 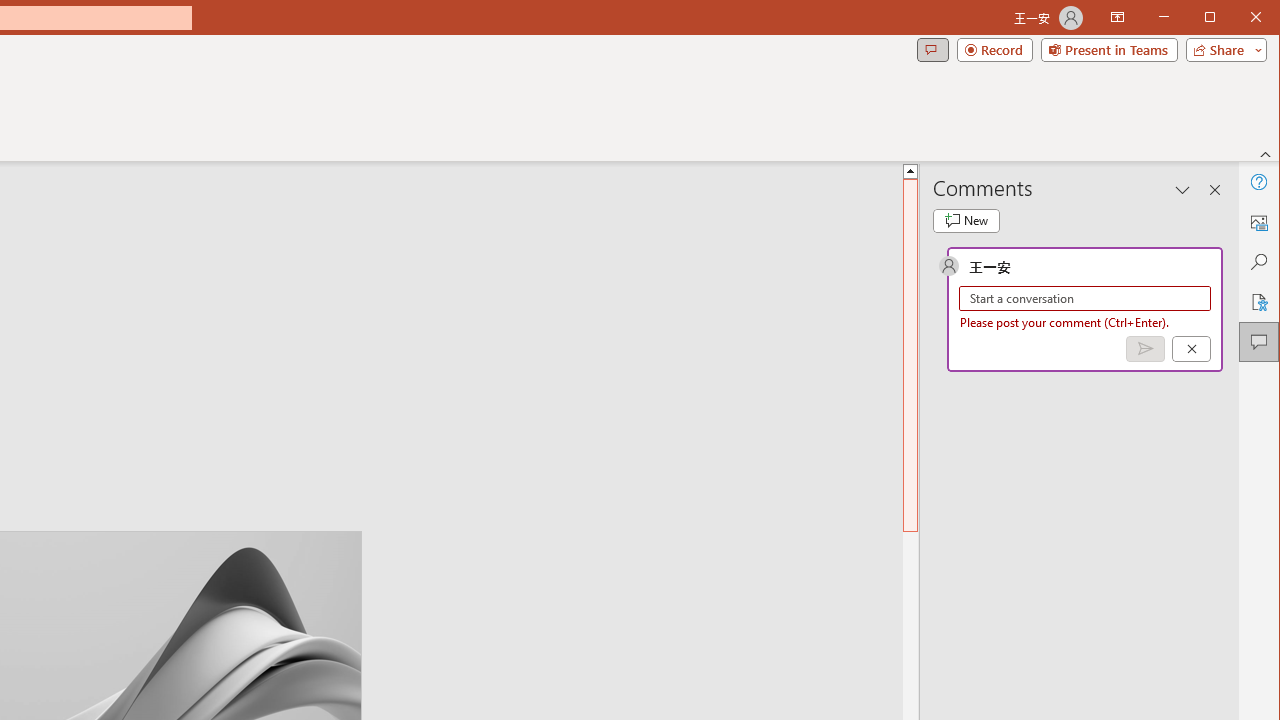 I want to click on 'Cancel', so click(x=1191, y=348).